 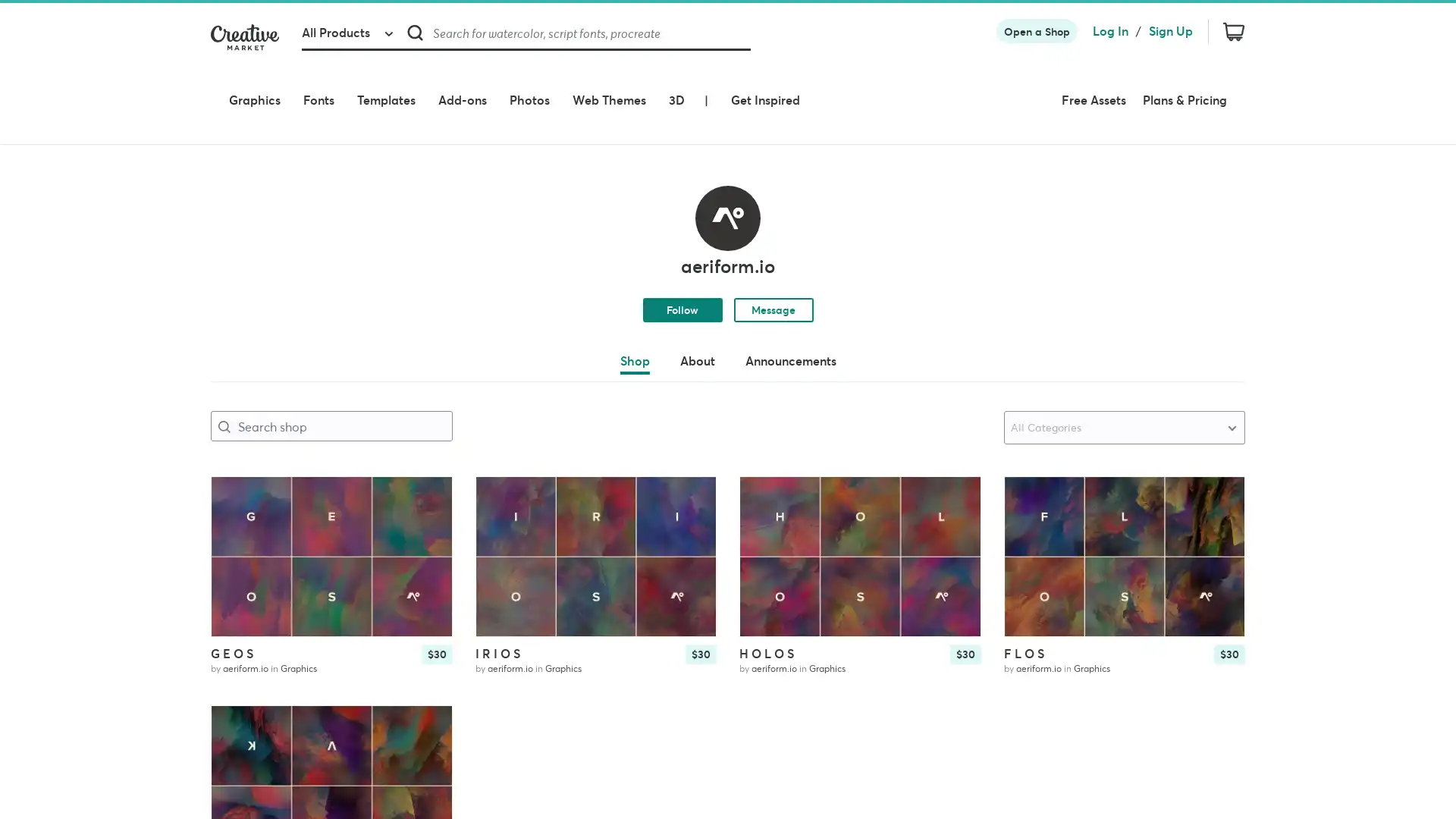 I want to click on Save, so click(x=691, y=469).